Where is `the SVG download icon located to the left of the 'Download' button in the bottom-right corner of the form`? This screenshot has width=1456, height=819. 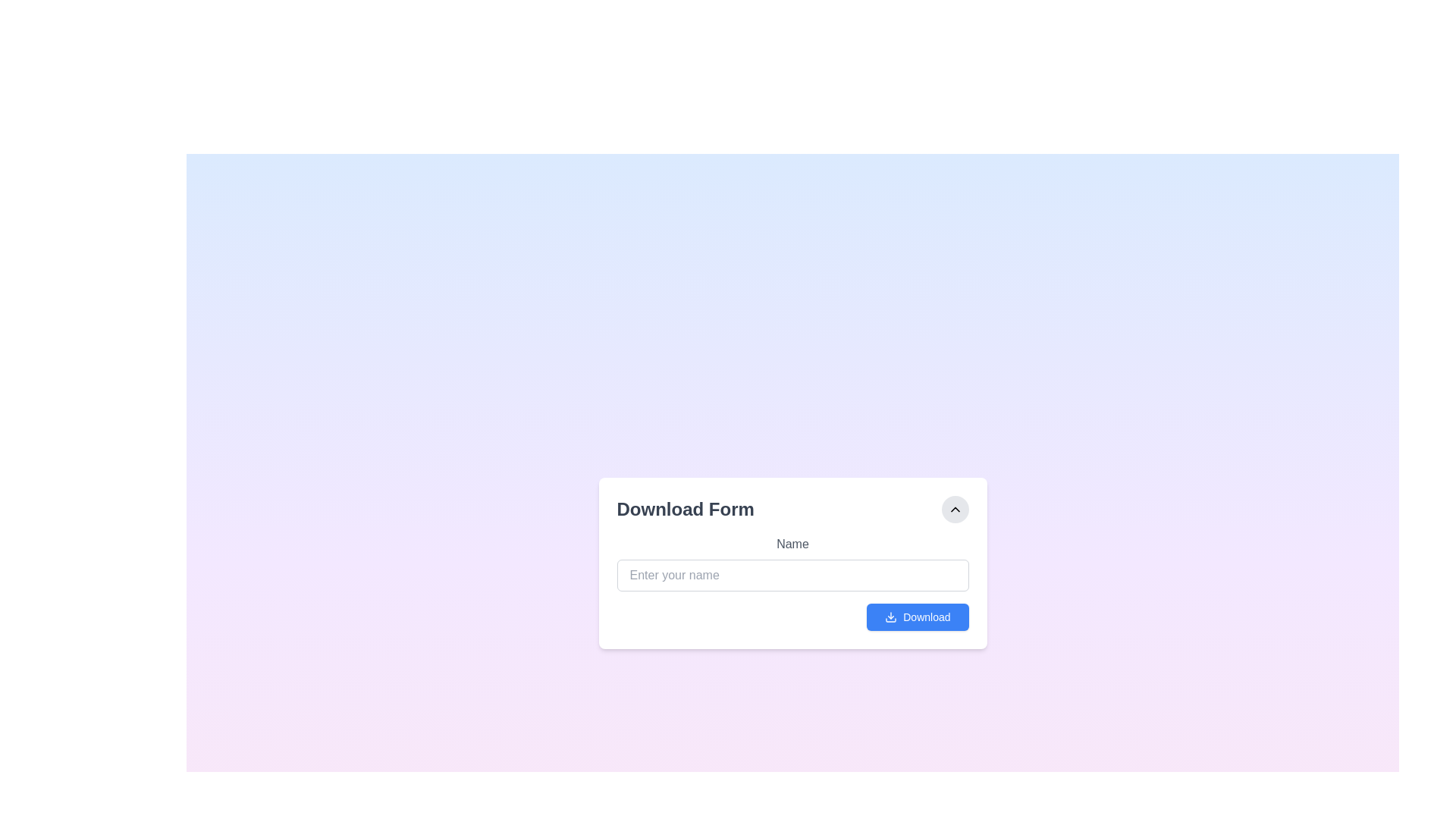
the SVG download icon located to the left of the 'Download' button in the bottom-right corner of the form is located at coordinates (891, 617).